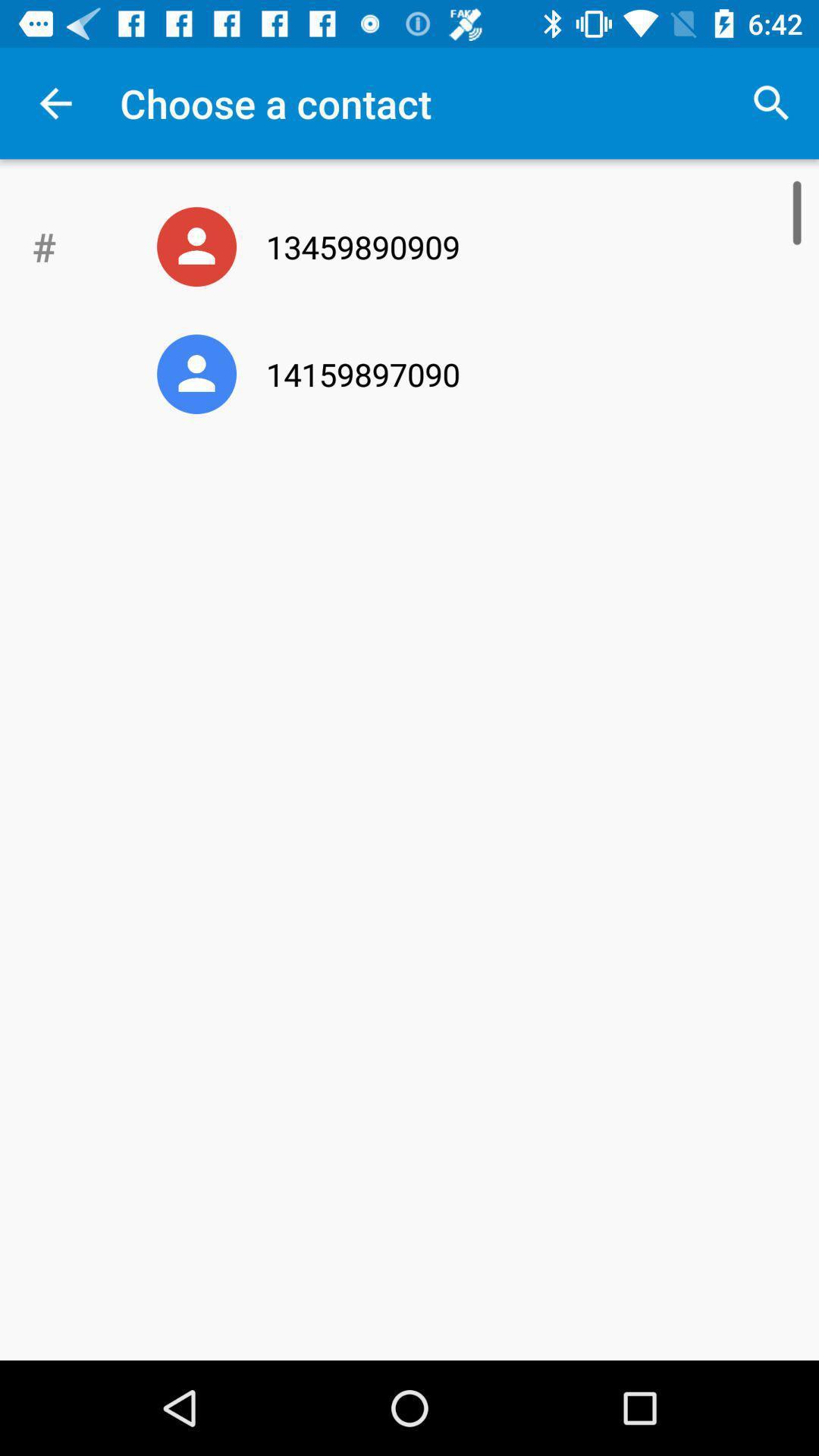 This screenshot has height=1456, width=819. I want to click on the icon next to the choose a contact app, so click(771, 102).